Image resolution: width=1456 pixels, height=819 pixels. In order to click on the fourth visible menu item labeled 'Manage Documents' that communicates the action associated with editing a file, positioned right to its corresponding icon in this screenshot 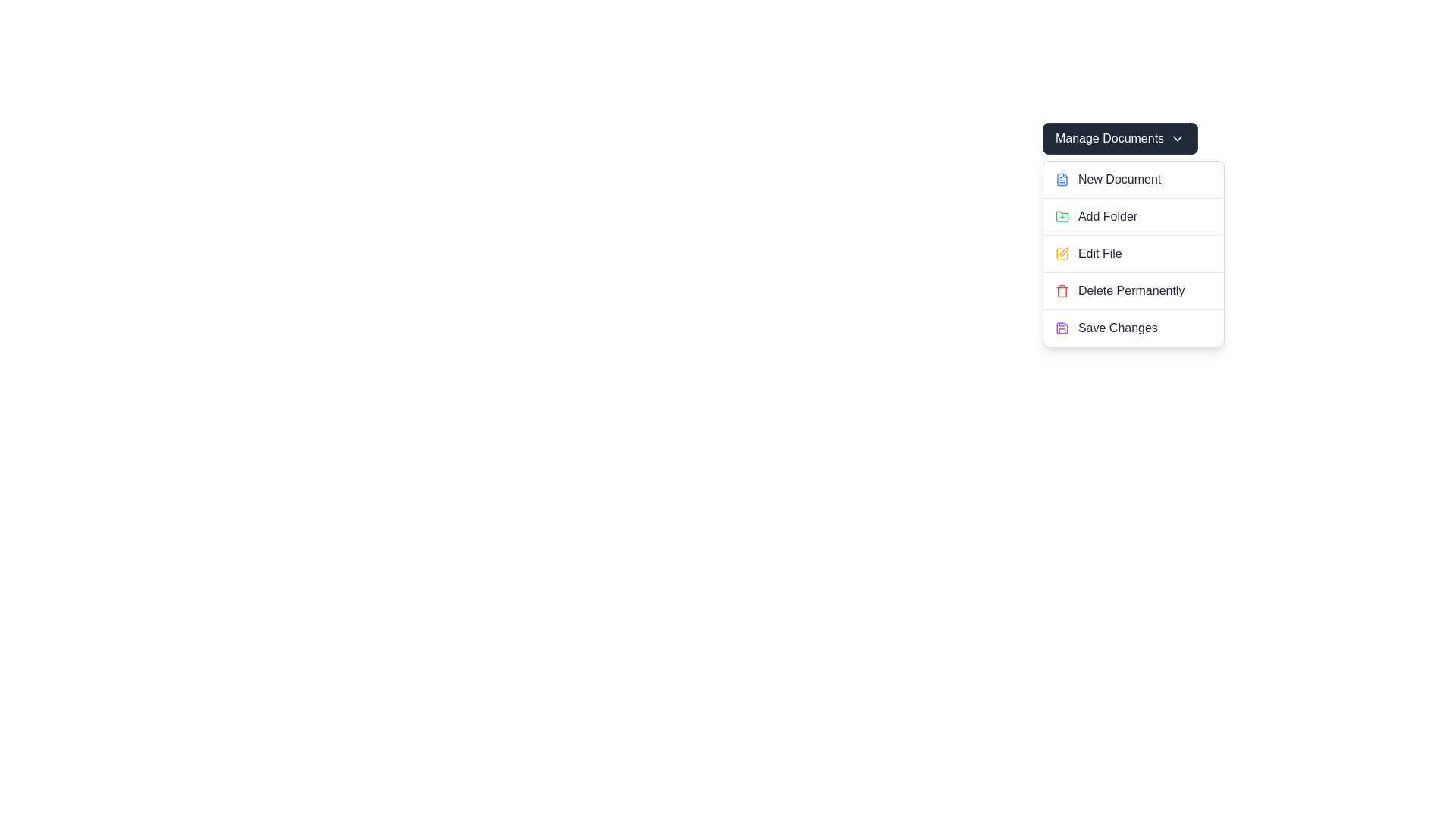, I will do `click(1100, 253)`.